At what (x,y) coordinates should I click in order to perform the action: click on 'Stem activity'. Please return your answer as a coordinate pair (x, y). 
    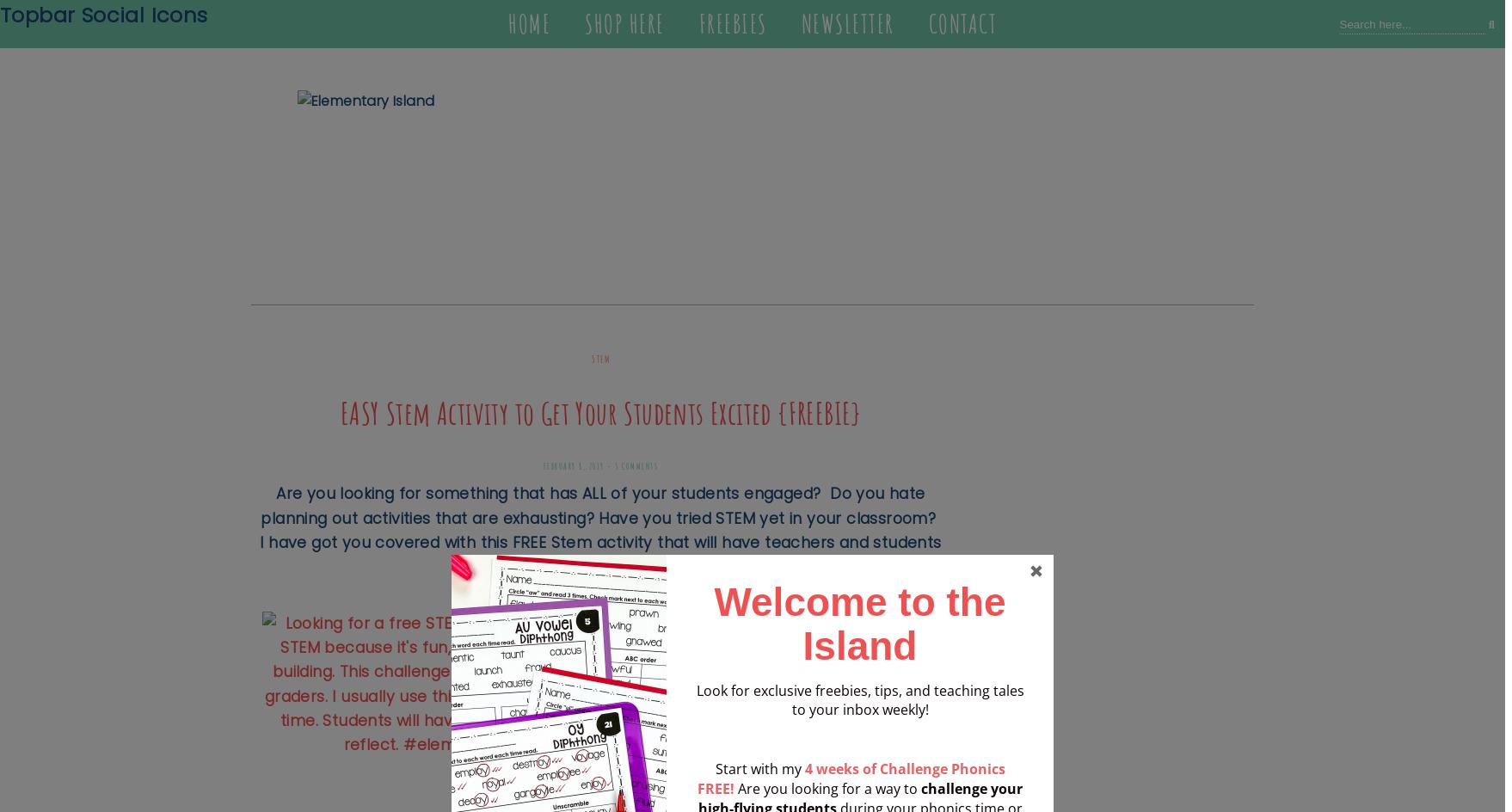
    Looking at the image, I should click on (600, 542).